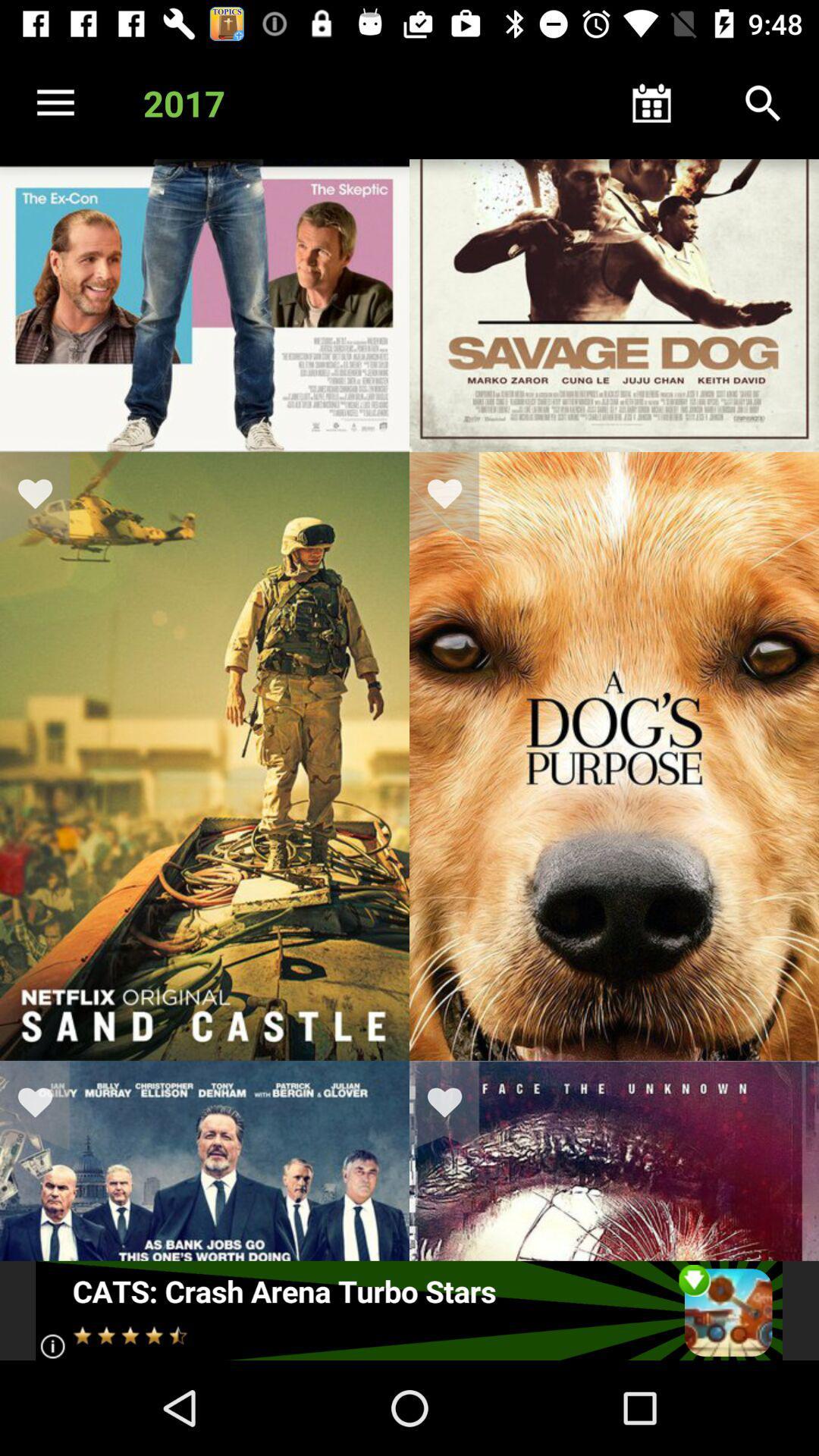  What do you see at coordinates (44, 497) in the screenshot?
I see `like` at bounding box center [44, 497].